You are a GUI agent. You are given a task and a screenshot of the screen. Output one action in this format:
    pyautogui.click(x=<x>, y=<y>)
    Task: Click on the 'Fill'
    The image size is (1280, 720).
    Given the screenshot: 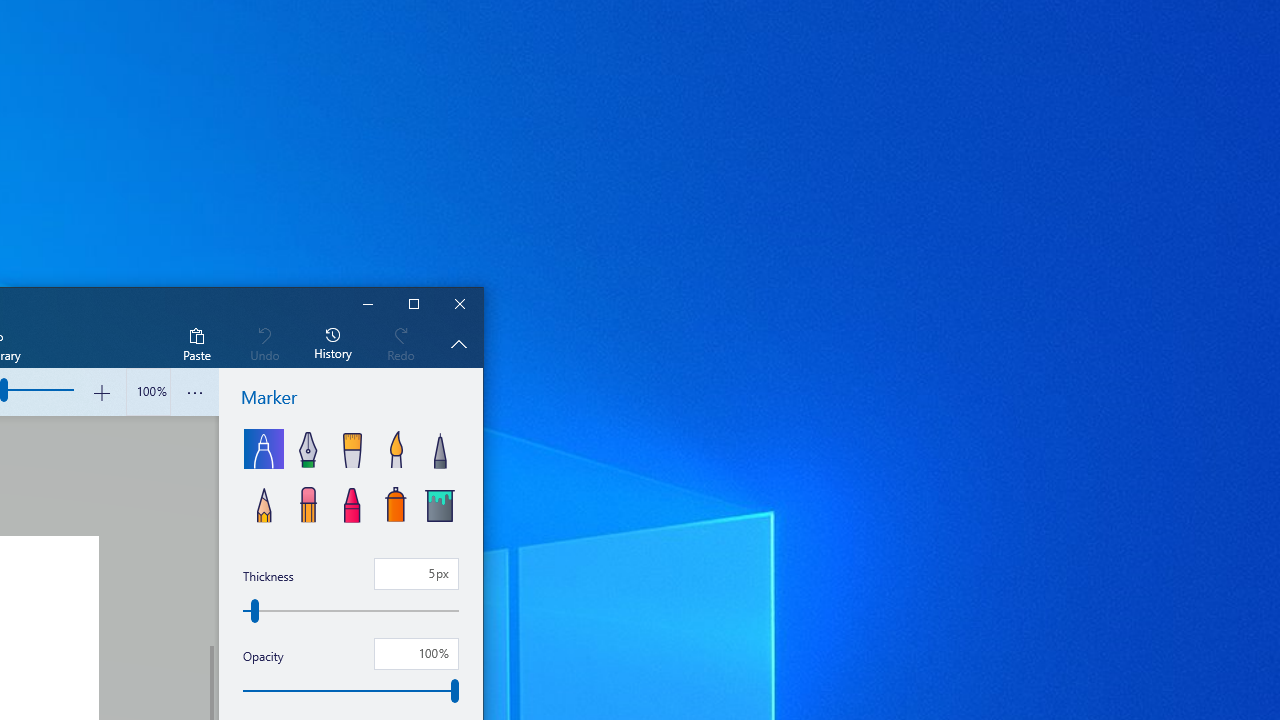 What is the action you would take?
    pyautogui.click(x=438, y=501)
    